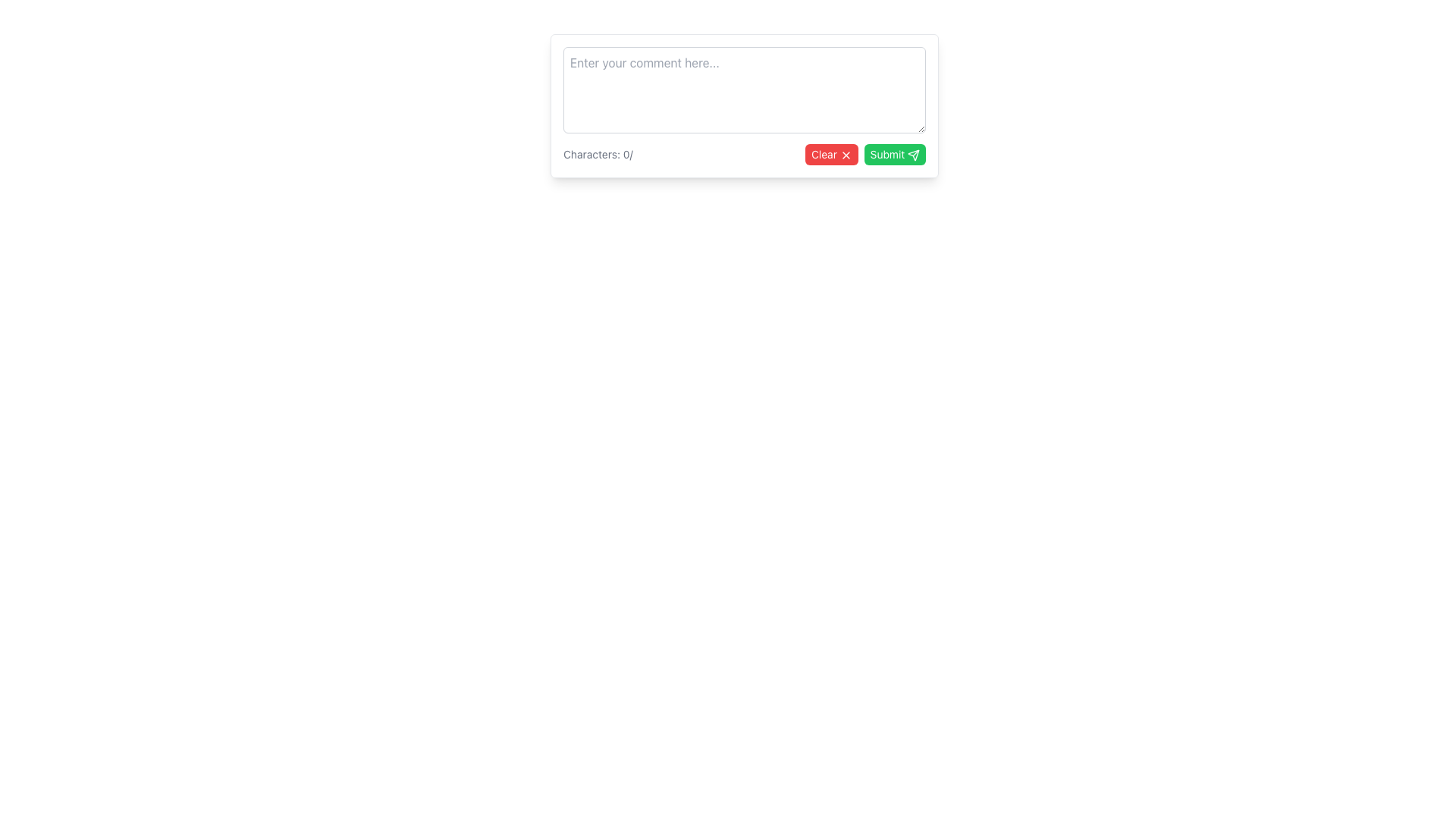 The width and height of the screenshot is (1456, 819). What do you see at coordinates (830, 155) in the screenshot?
I see `the 'Clear' button located below the text input field to reset or clear the content` at bounding box center [830, 155].